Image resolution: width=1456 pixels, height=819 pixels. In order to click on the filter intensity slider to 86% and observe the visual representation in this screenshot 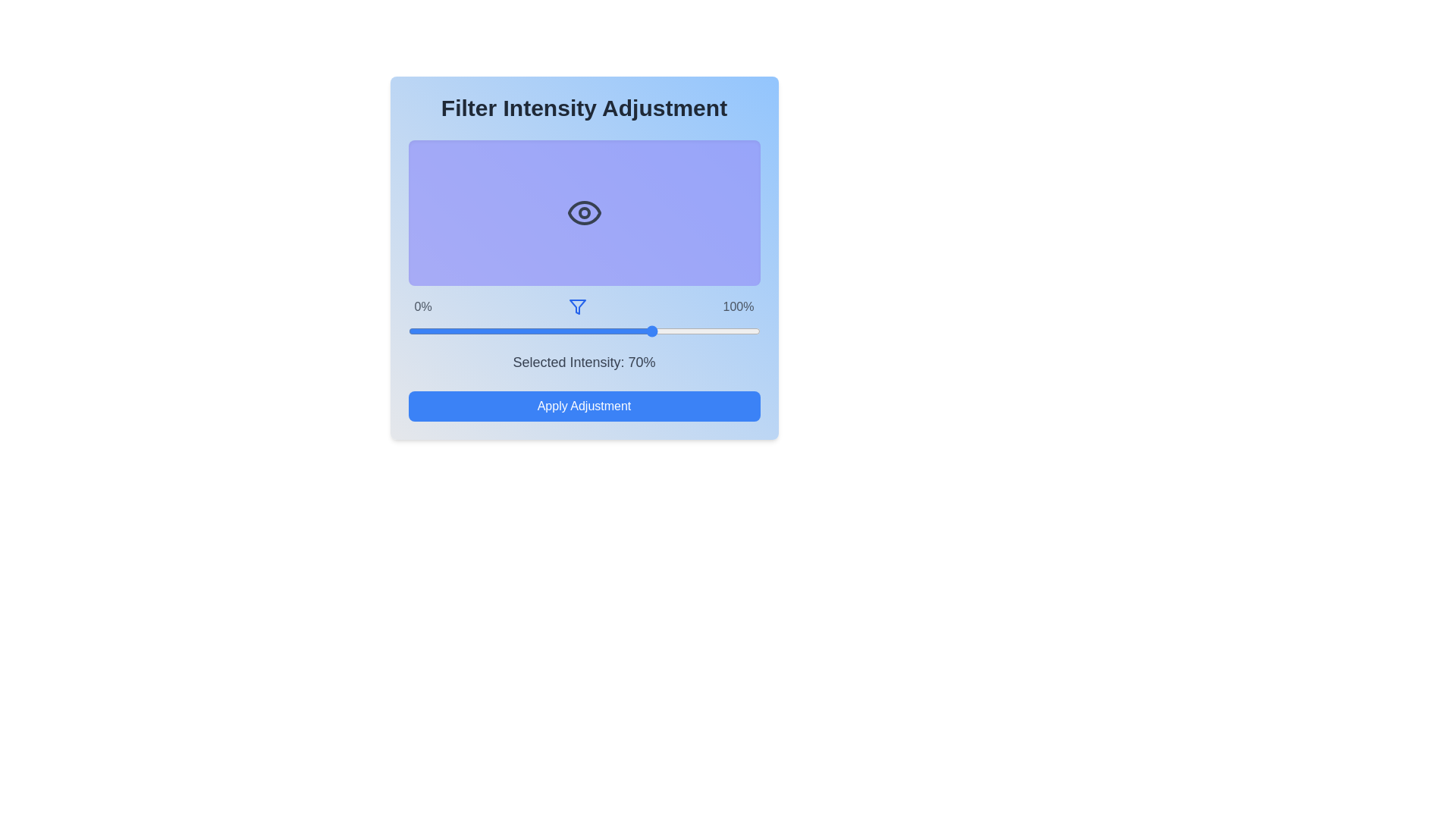, I will do `click(710, 330)`.